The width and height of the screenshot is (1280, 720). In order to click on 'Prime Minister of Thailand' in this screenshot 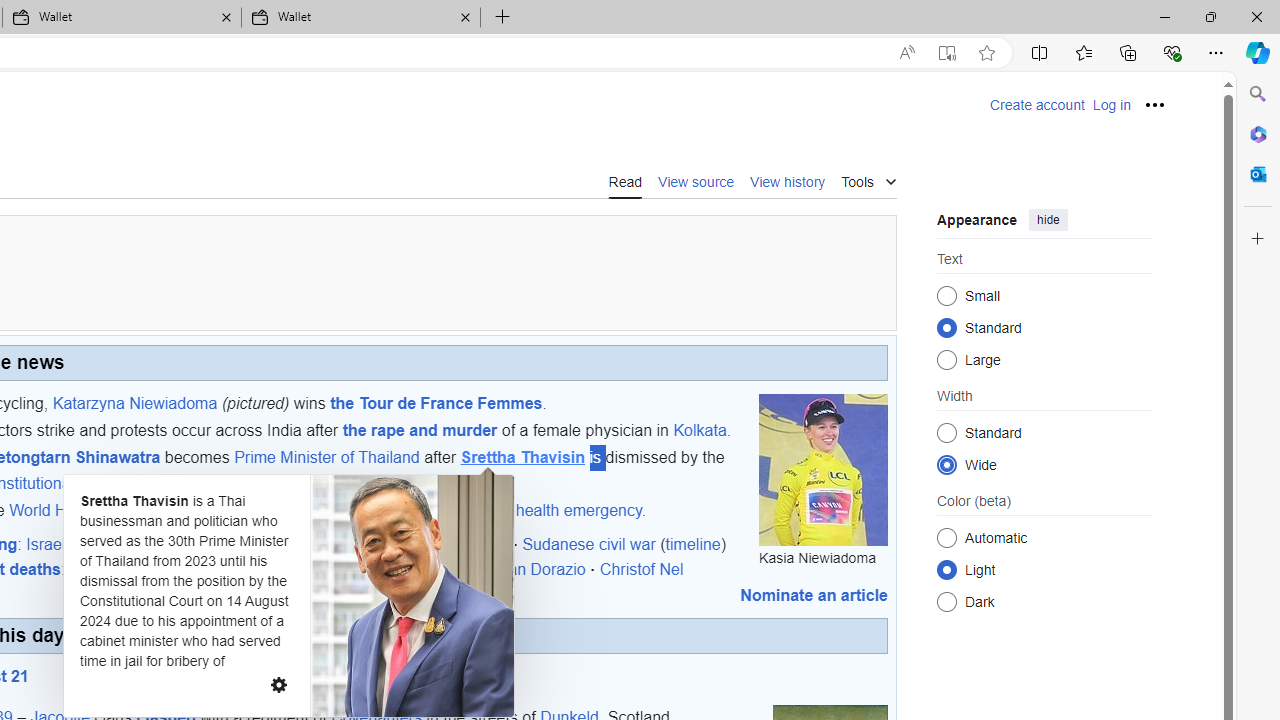, I will do `click(327, 458)`.